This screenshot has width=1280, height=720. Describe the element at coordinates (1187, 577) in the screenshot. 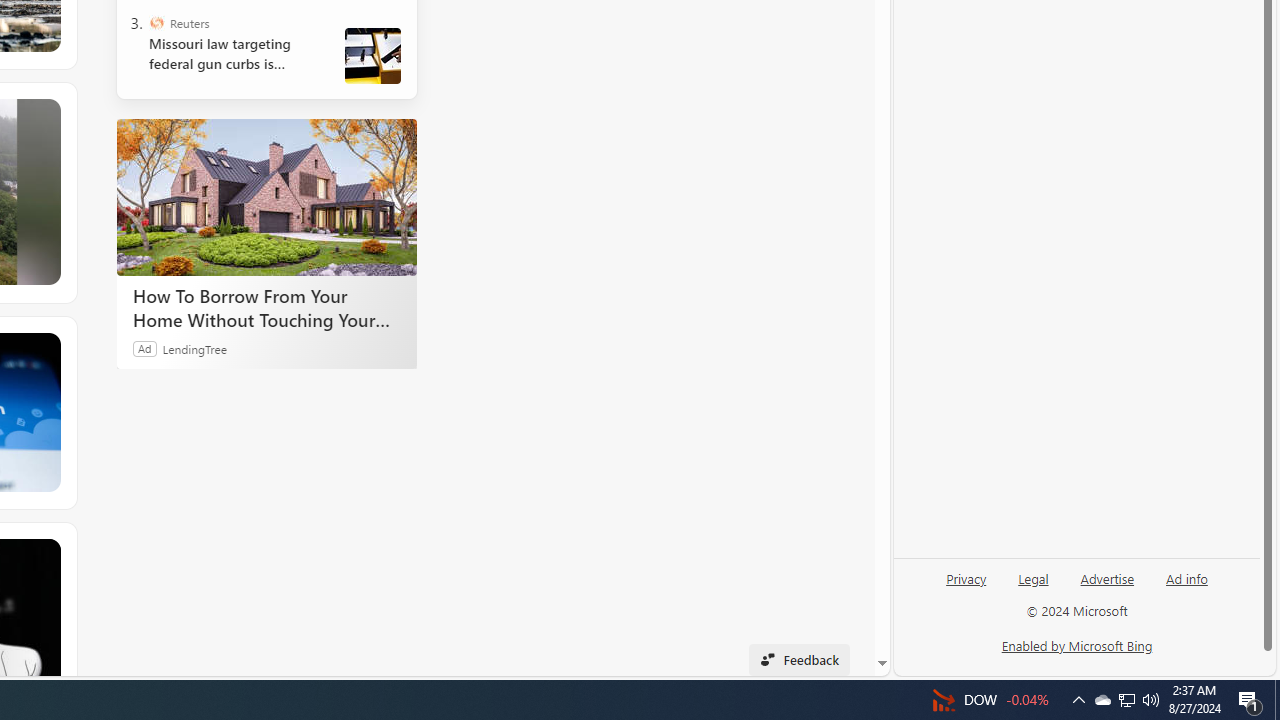

I see `'Ad info'` at that location.